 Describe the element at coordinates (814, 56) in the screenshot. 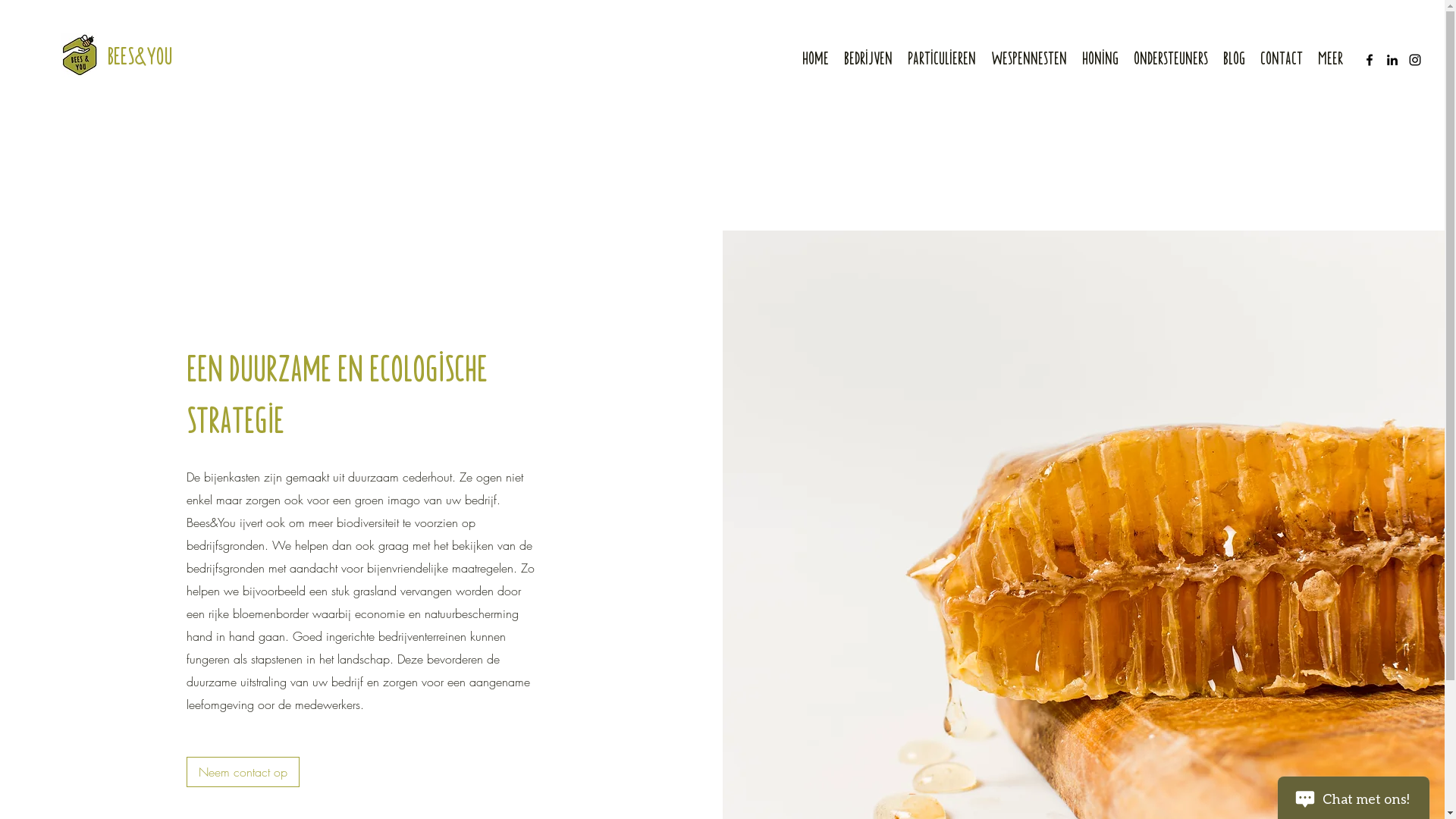

I see `'Home'` at that location.